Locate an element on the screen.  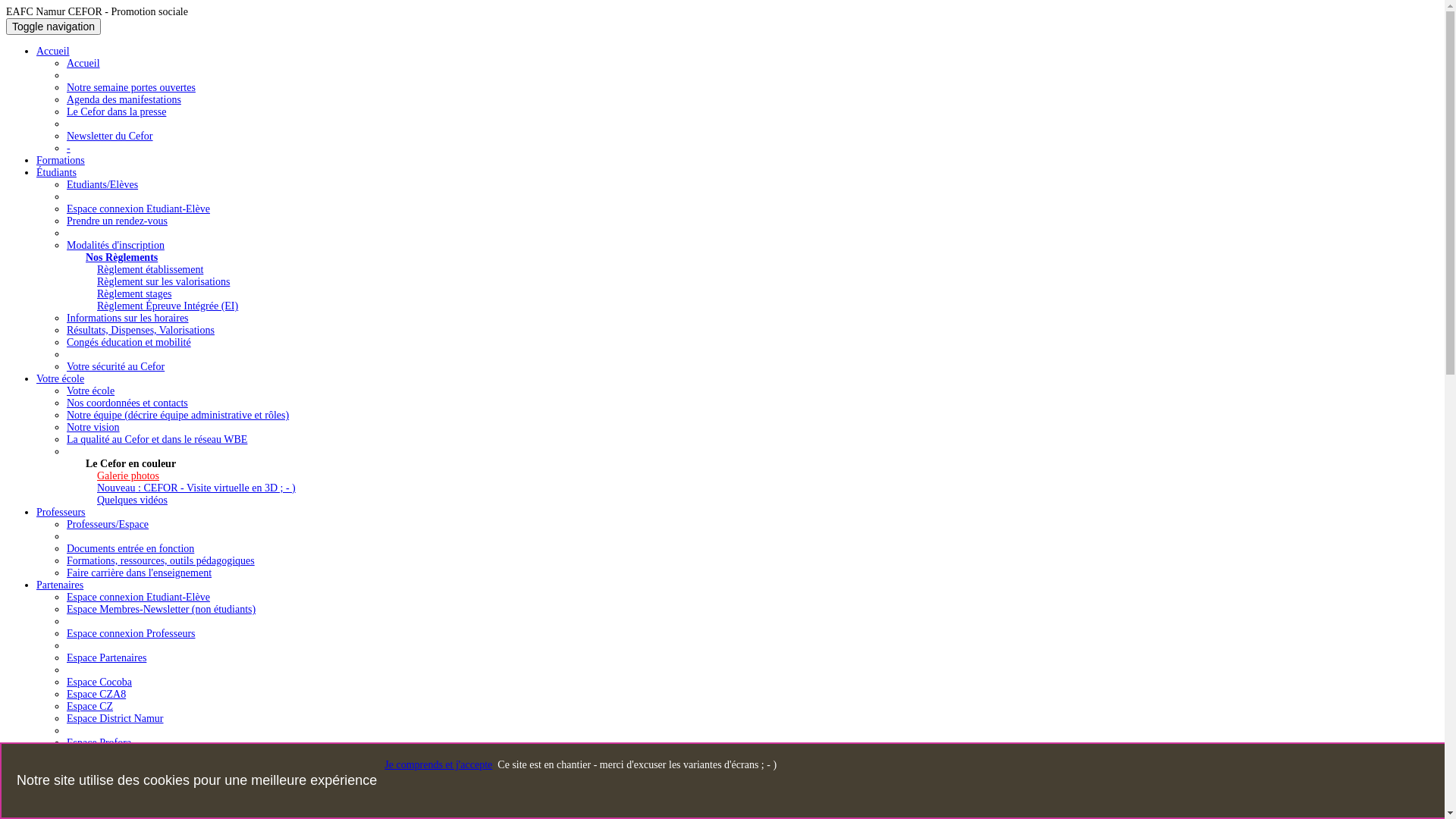
'Toggle navigation' is located at coordinates (53, 26).